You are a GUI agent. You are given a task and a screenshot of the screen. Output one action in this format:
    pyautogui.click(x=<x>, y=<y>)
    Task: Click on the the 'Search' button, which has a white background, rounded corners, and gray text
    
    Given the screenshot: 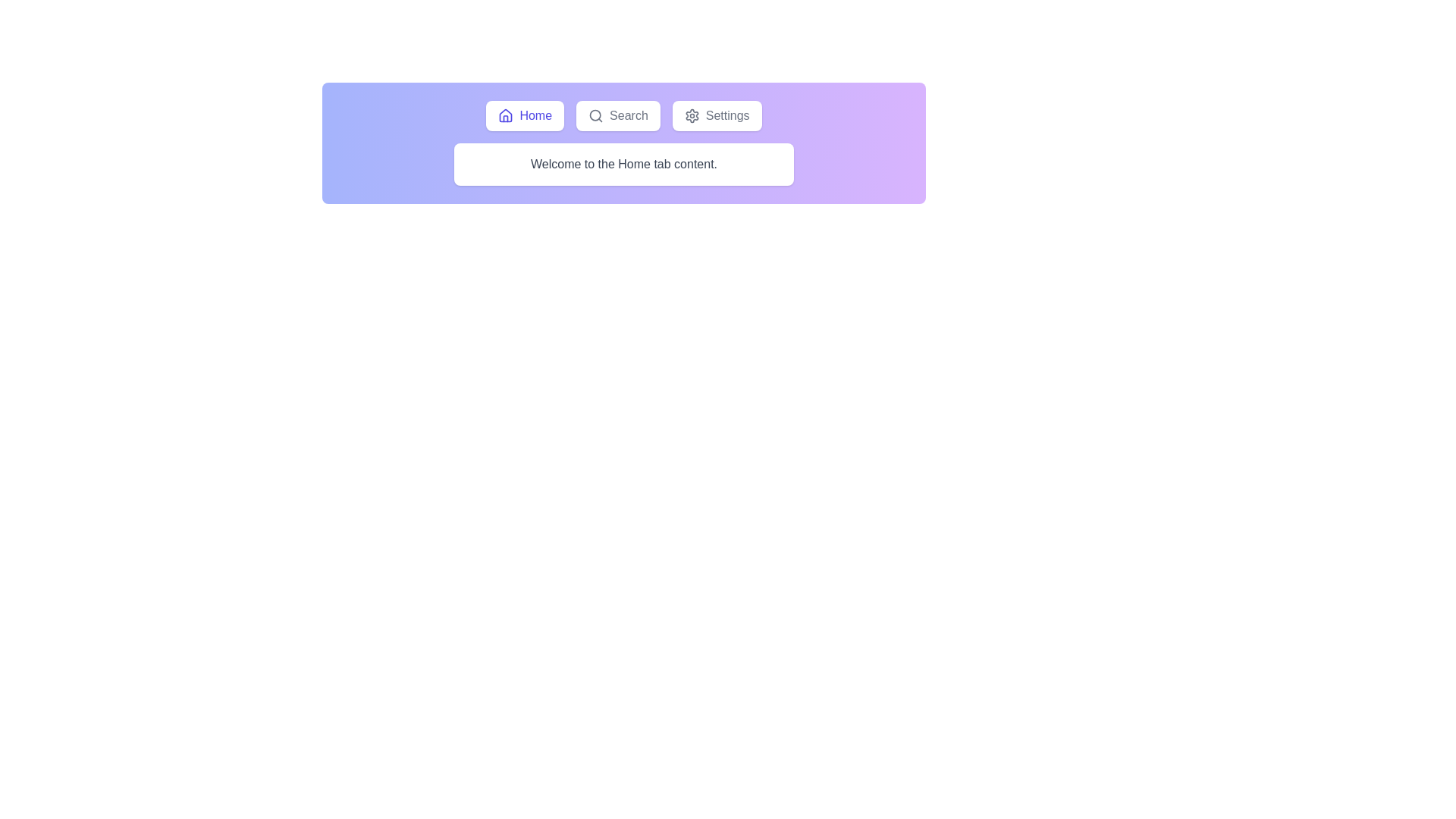 What is the action you would take?
    pyautogui.click(x=618, y=115)
    